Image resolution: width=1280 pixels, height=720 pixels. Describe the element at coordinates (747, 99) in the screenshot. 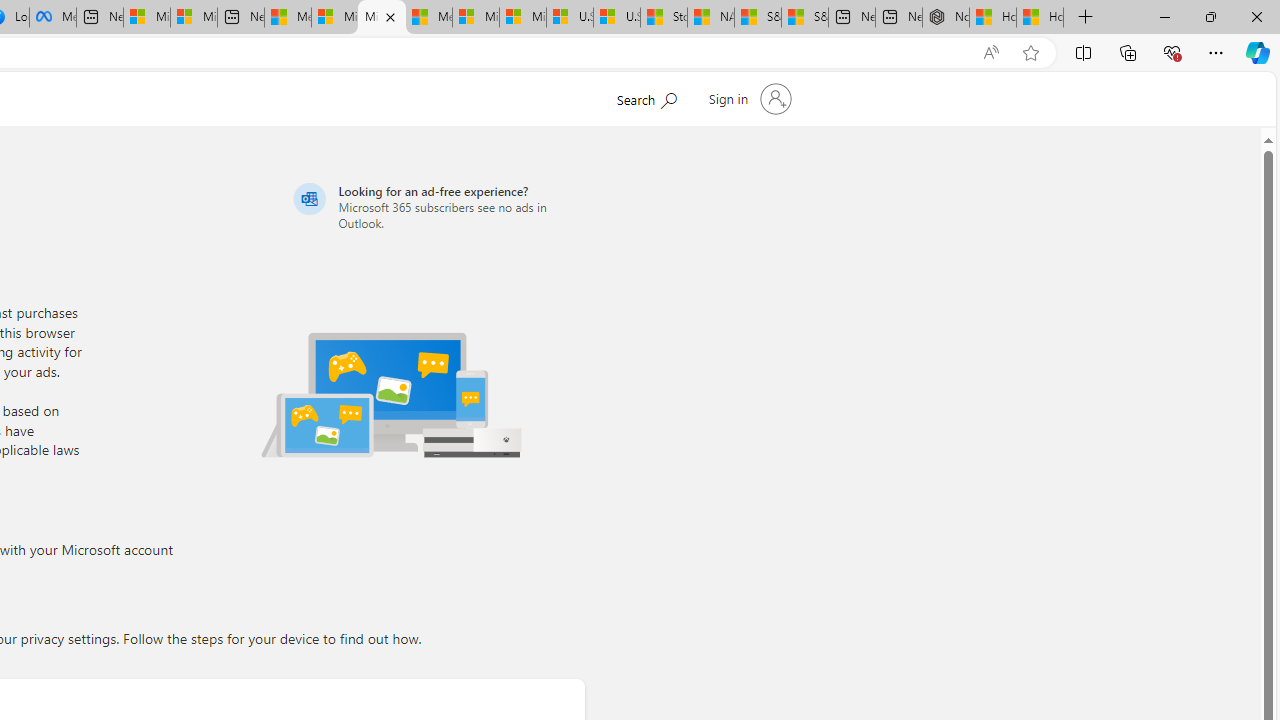

I see `'Sign in to your account'` at that location.